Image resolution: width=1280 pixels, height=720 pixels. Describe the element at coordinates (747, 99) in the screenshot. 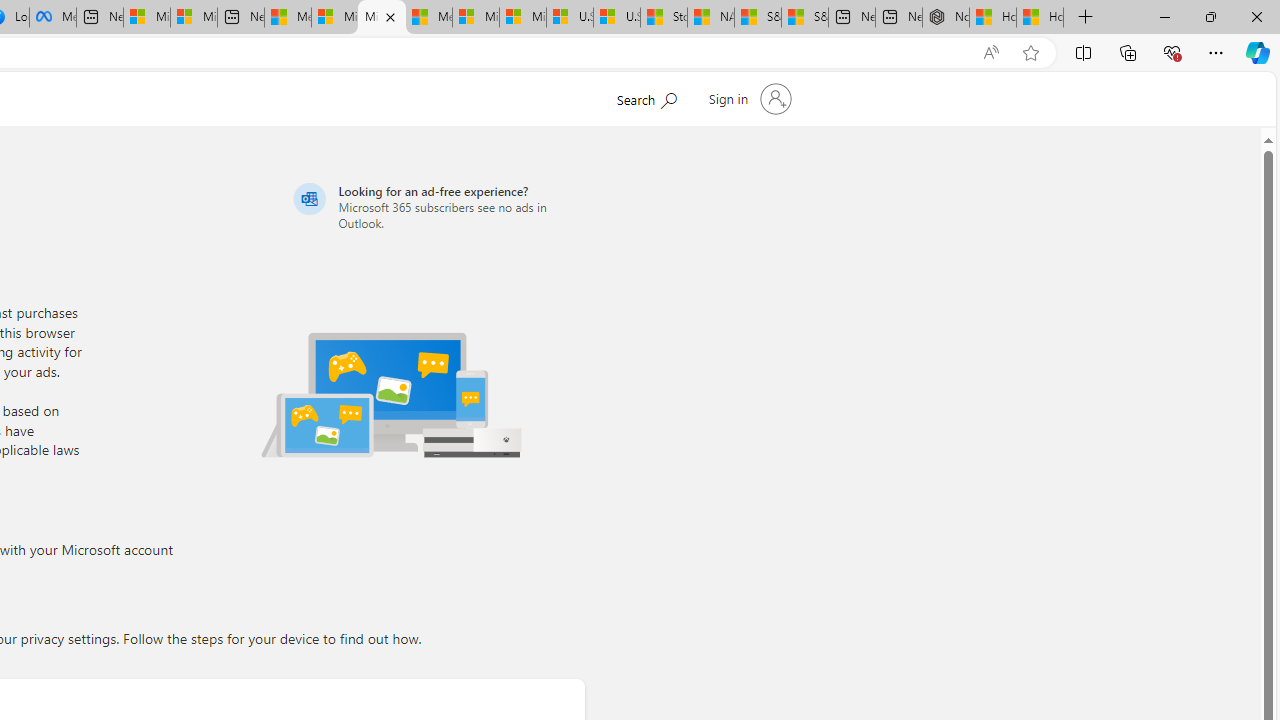

I see `'Sign in to your account'` at that location.